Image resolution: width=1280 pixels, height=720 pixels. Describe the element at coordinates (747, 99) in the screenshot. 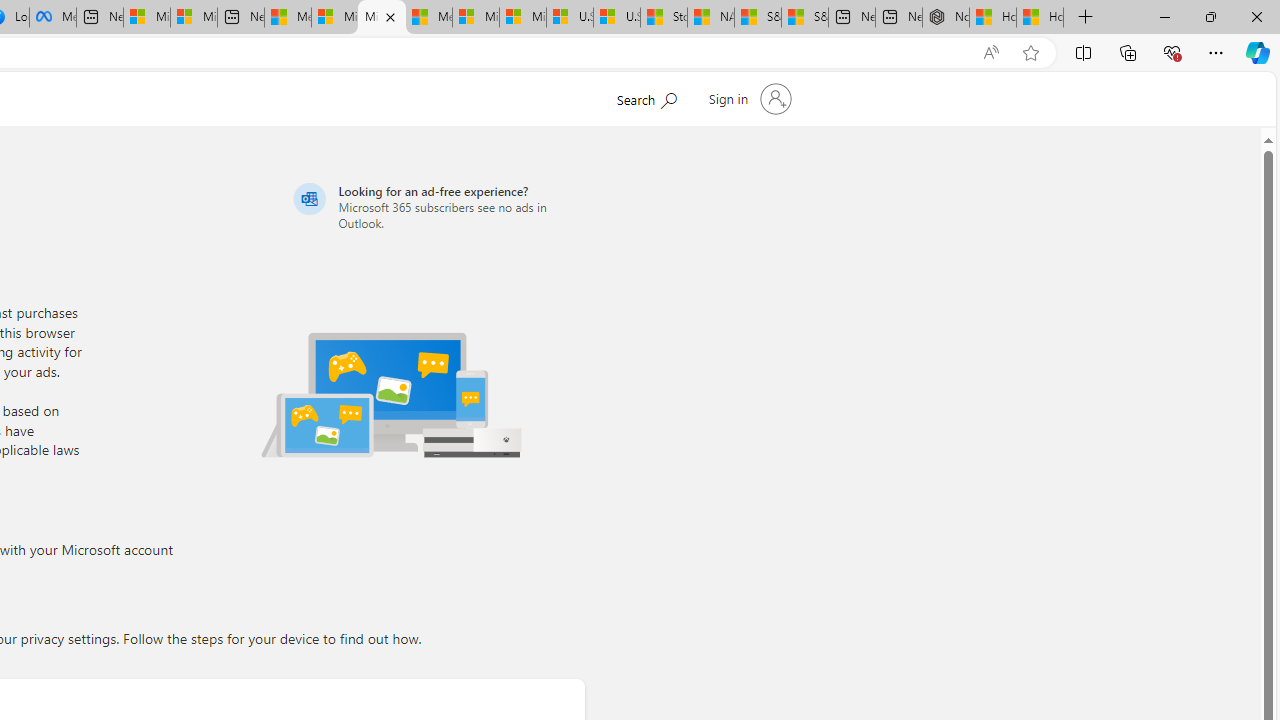

I see `'Sign in to your account'` at that location.